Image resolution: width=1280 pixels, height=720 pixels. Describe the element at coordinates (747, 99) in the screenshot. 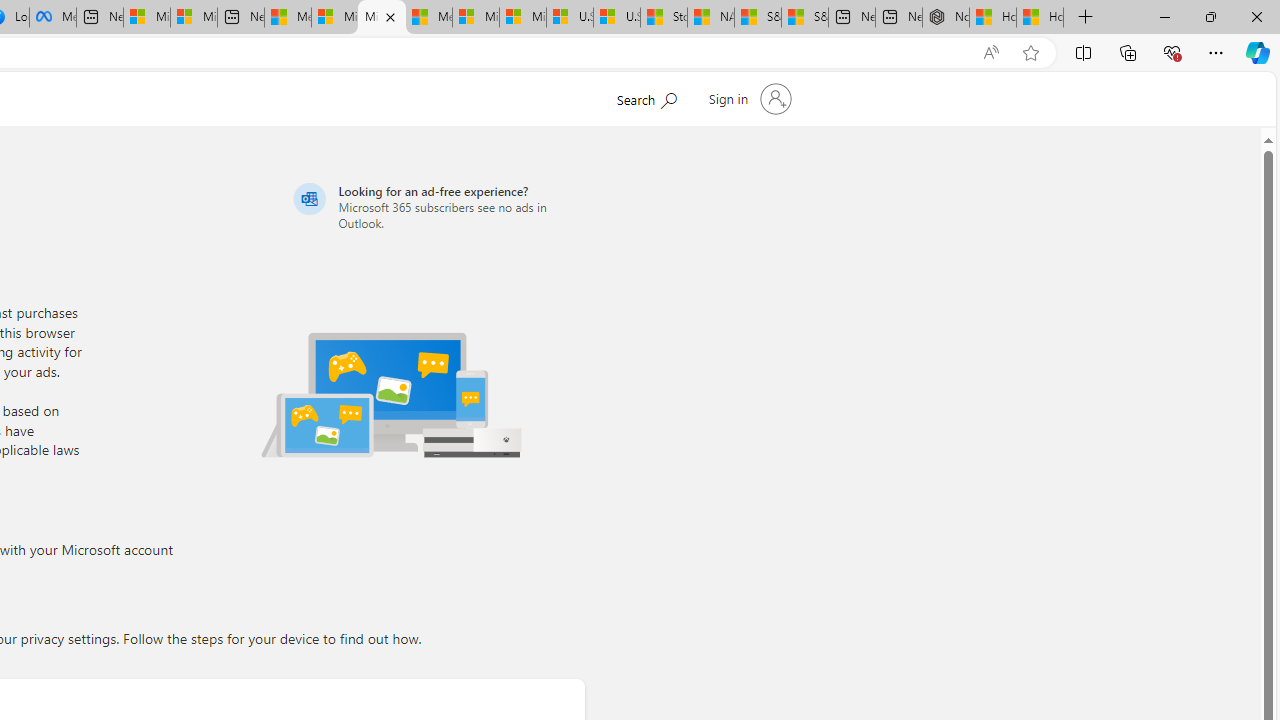

I see `'Sign in to your account'` at that location.